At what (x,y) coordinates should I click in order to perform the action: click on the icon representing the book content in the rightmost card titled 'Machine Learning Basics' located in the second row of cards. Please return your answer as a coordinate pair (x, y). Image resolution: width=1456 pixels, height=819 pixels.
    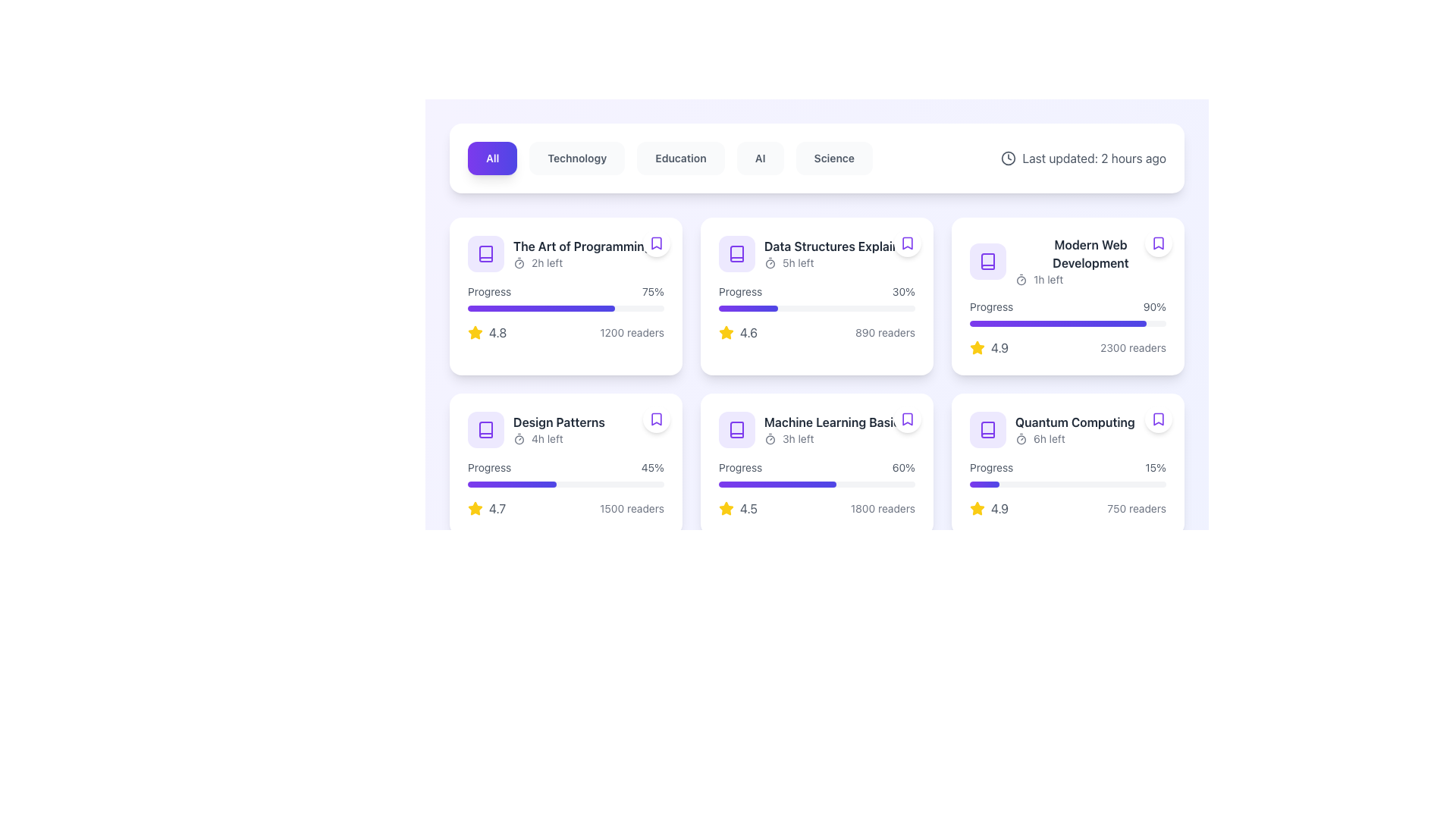
    Looking at the image, I should click on (736, 430).